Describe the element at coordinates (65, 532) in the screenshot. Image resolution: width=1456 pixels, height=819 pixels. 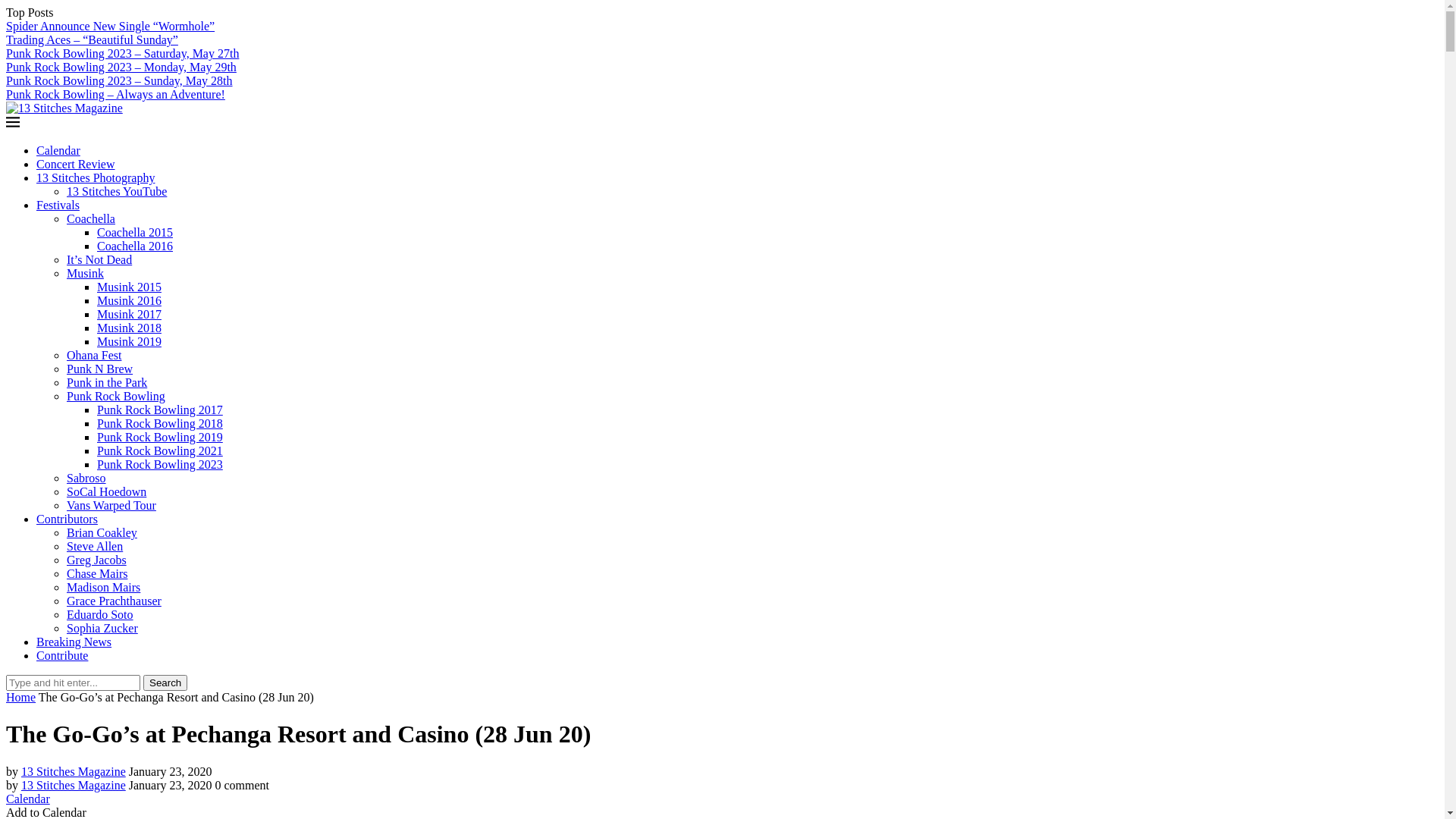
I see `'Brian Coakley'` at that location.